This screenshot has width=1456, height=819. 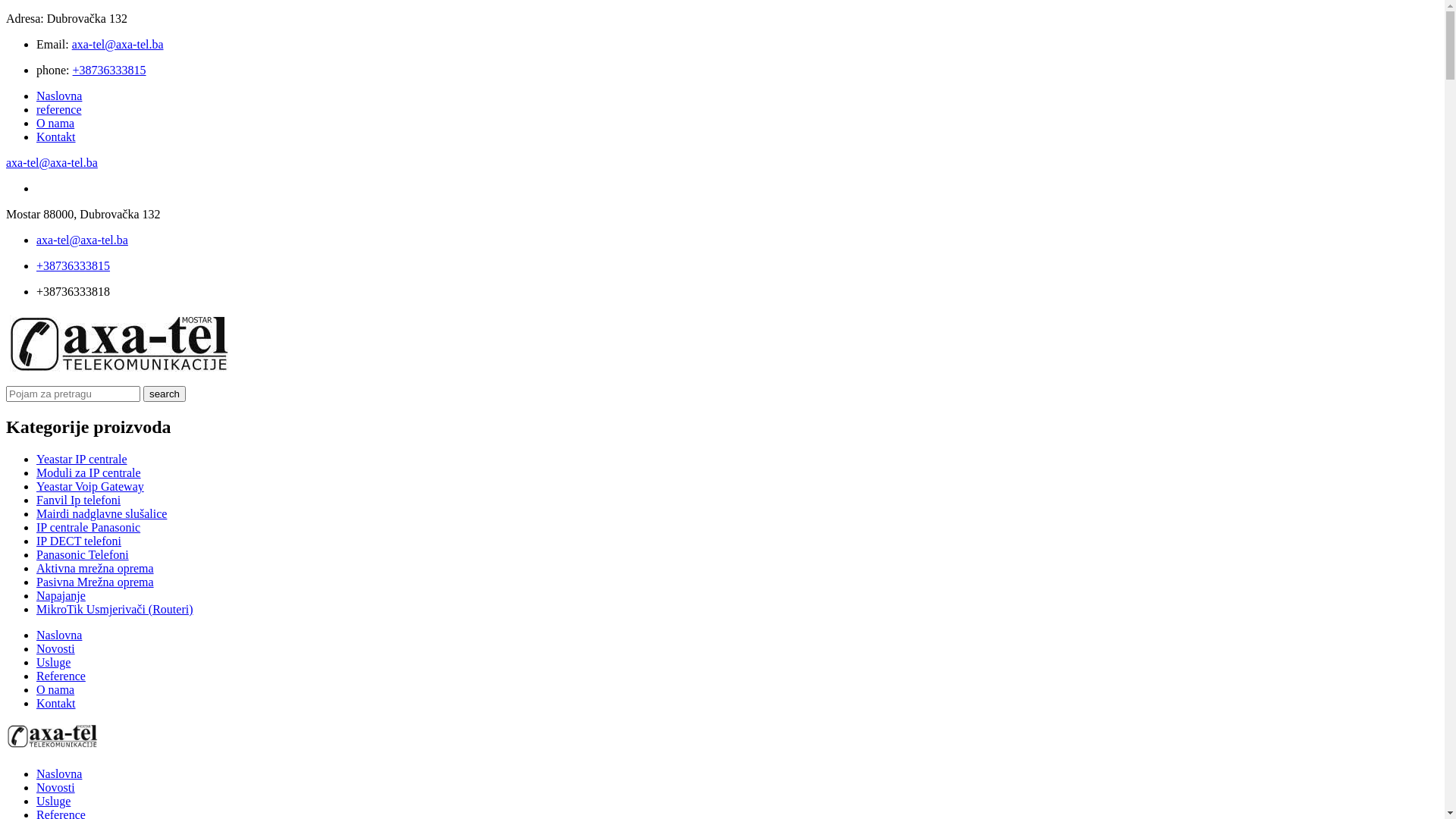 I want to click on 'Moduli za IP centrale', so click(x=87, y=472).